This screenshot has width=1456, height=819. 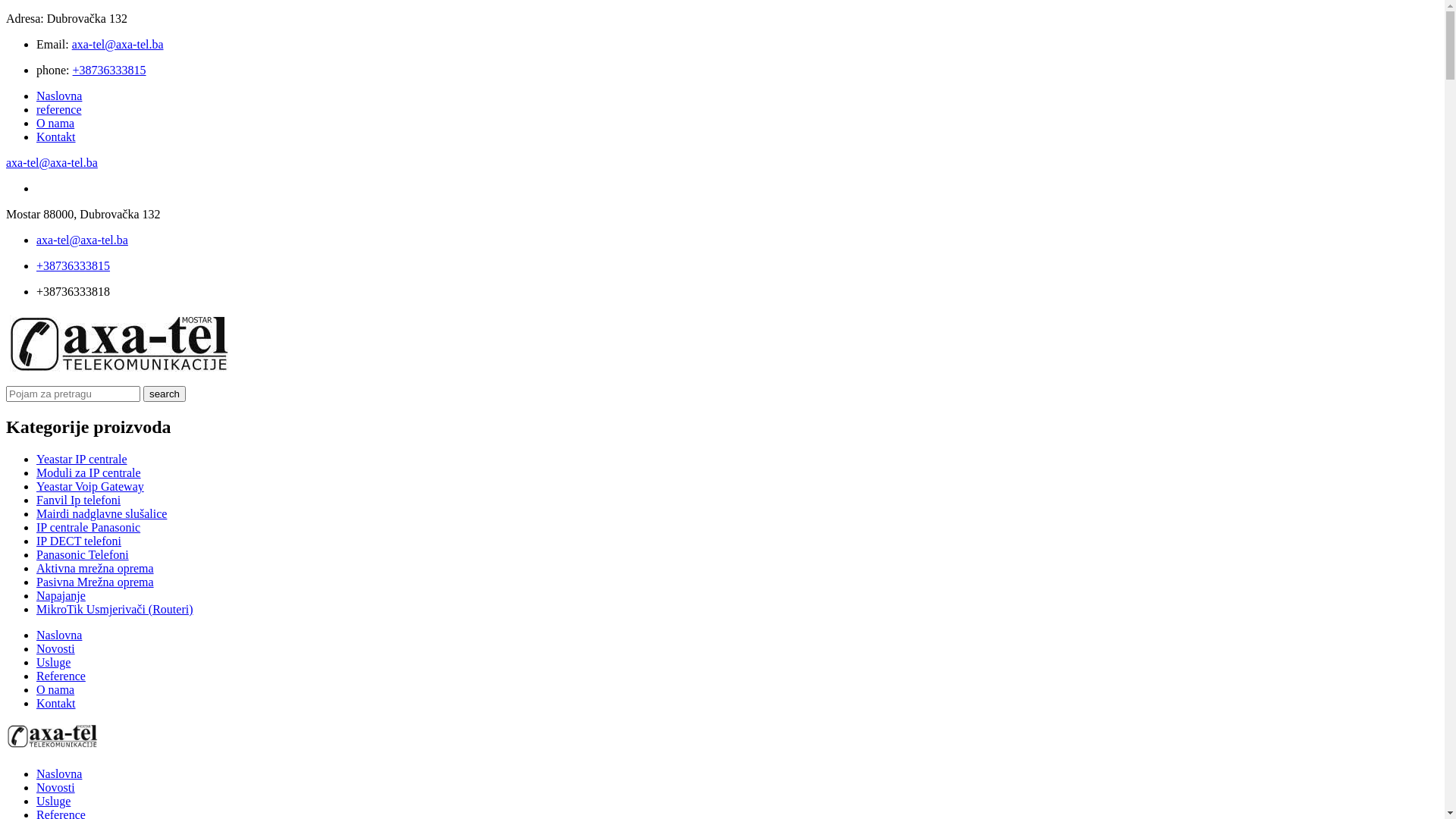 I want to click on 'Moduli za IP centrale', so click(x=87, y=472).